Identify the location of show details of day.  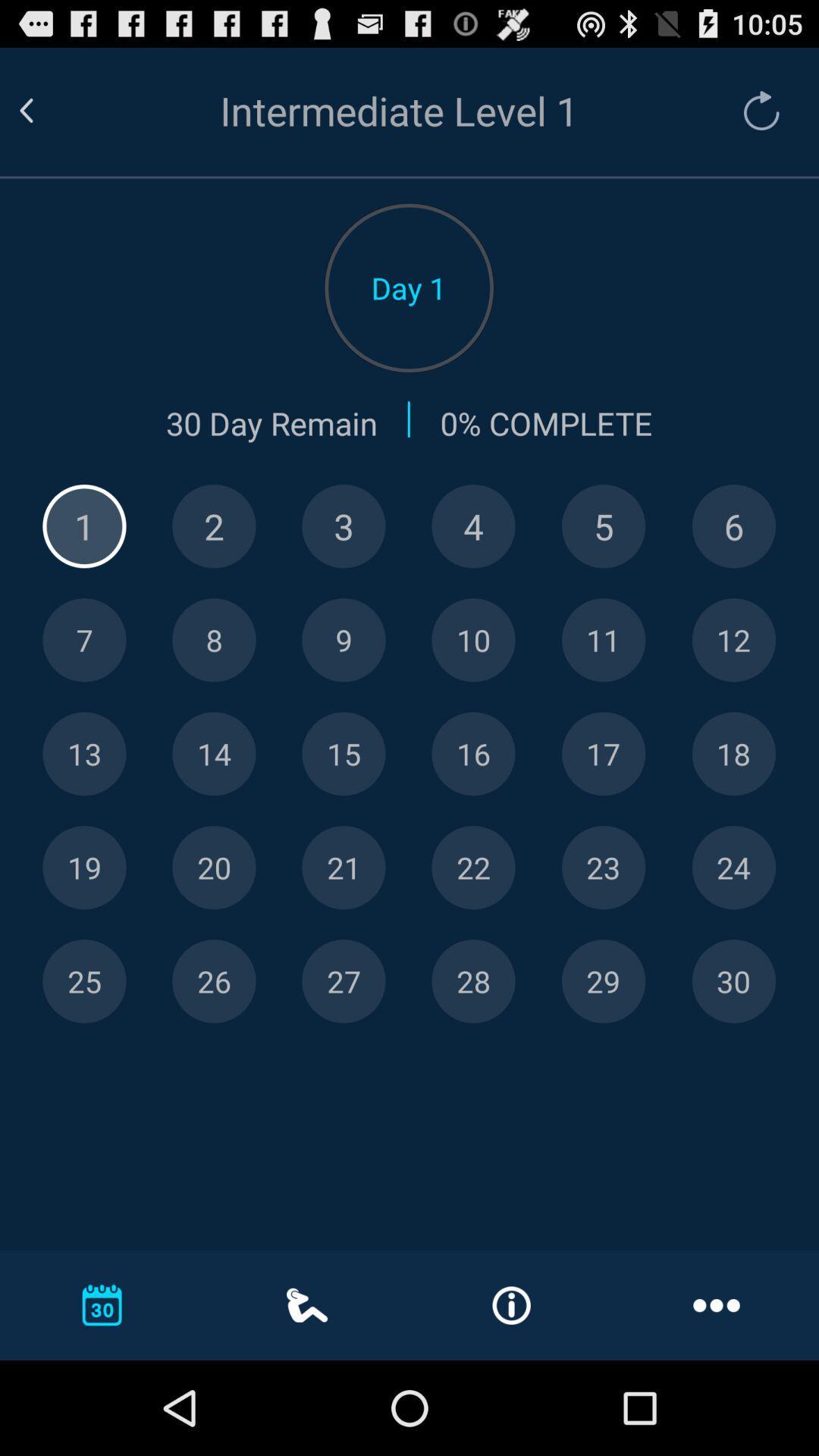
(603, 526).